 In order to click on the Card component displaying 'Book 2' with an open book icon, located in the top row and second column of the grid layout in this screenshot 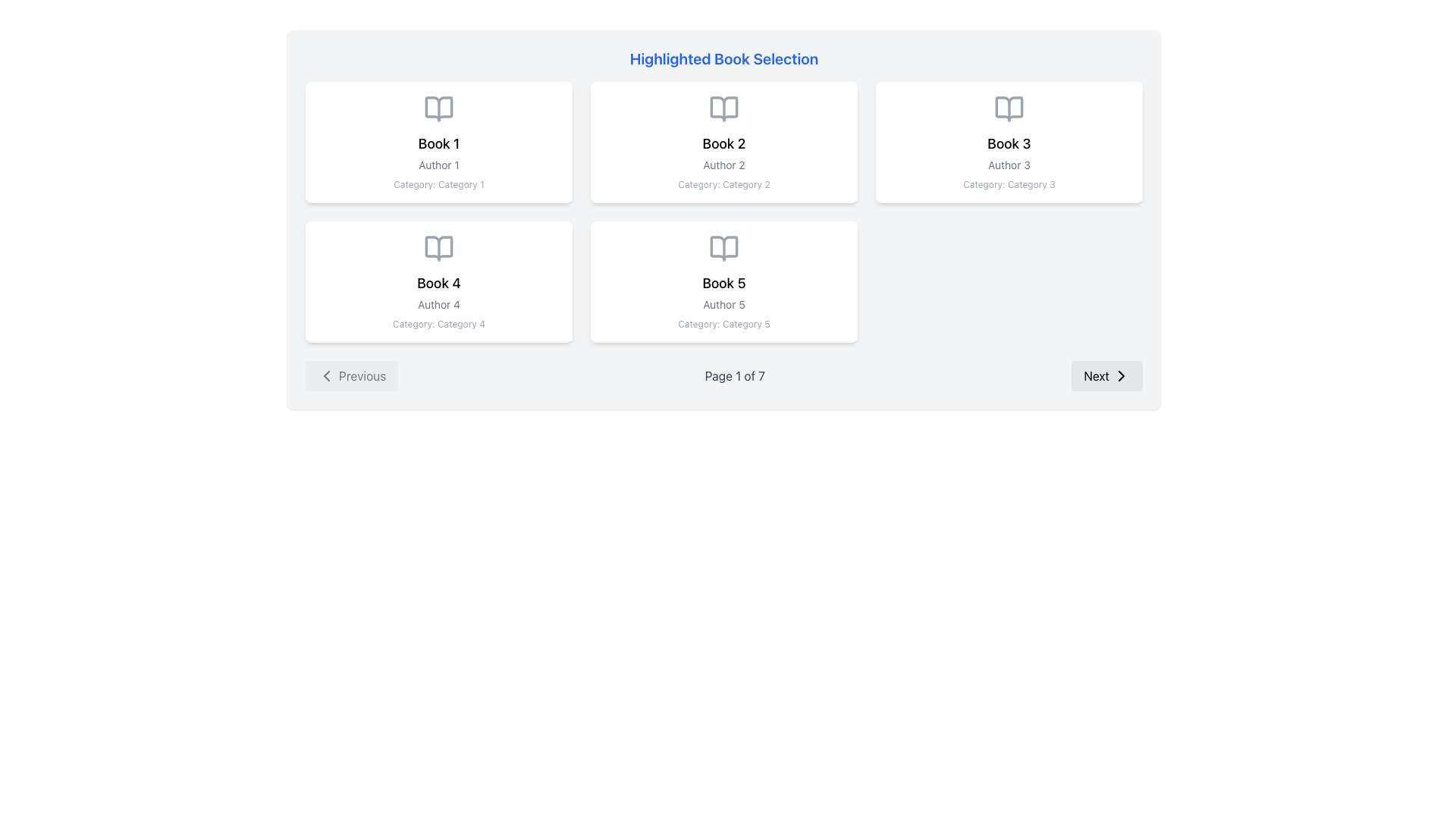, I will do `click(723, 143)`.